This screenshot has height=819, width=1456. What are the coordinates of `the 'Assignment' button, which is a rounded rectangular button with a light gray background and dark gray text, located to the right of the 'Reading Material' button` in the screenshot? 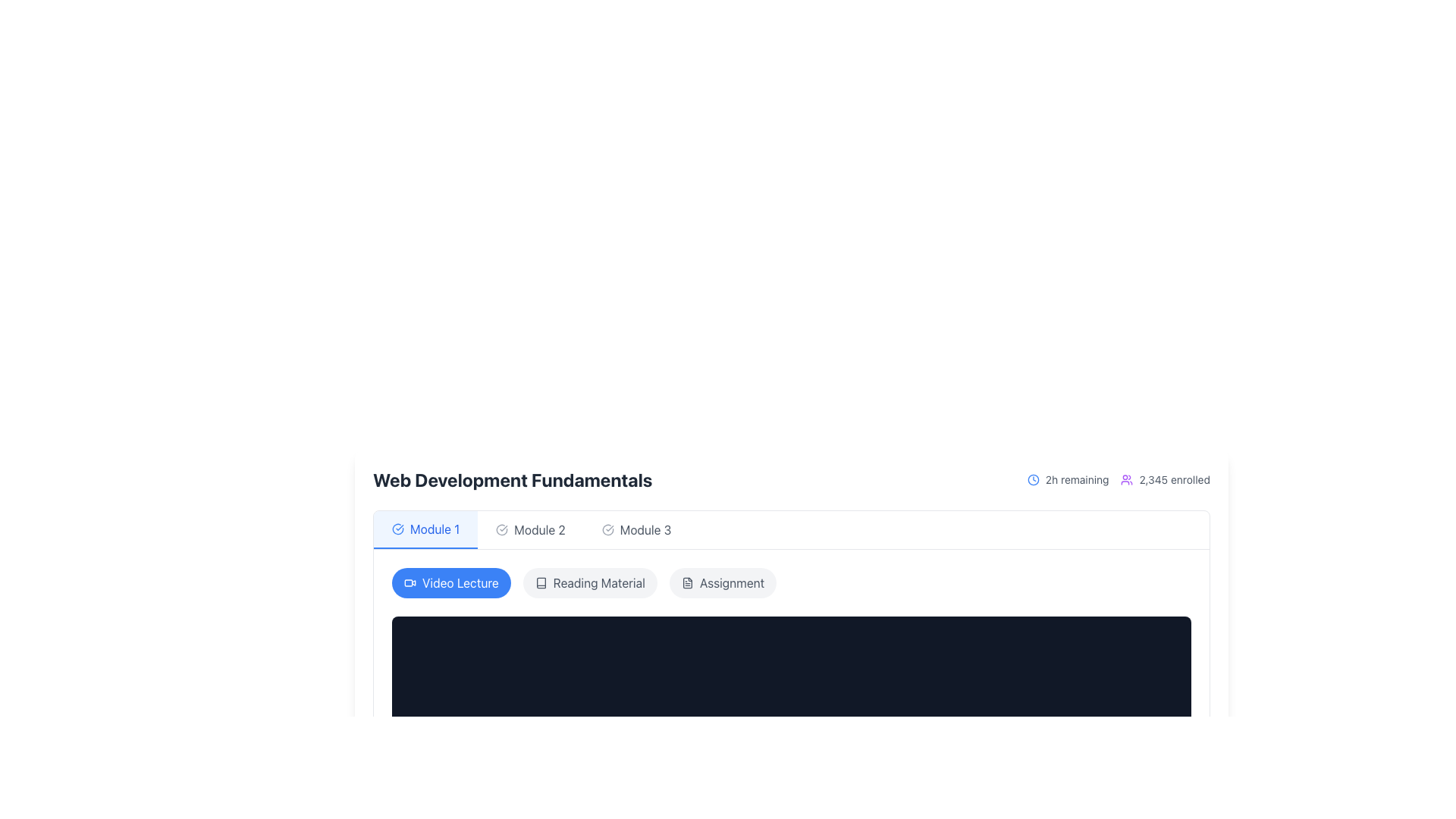 It's located at (722, 582).